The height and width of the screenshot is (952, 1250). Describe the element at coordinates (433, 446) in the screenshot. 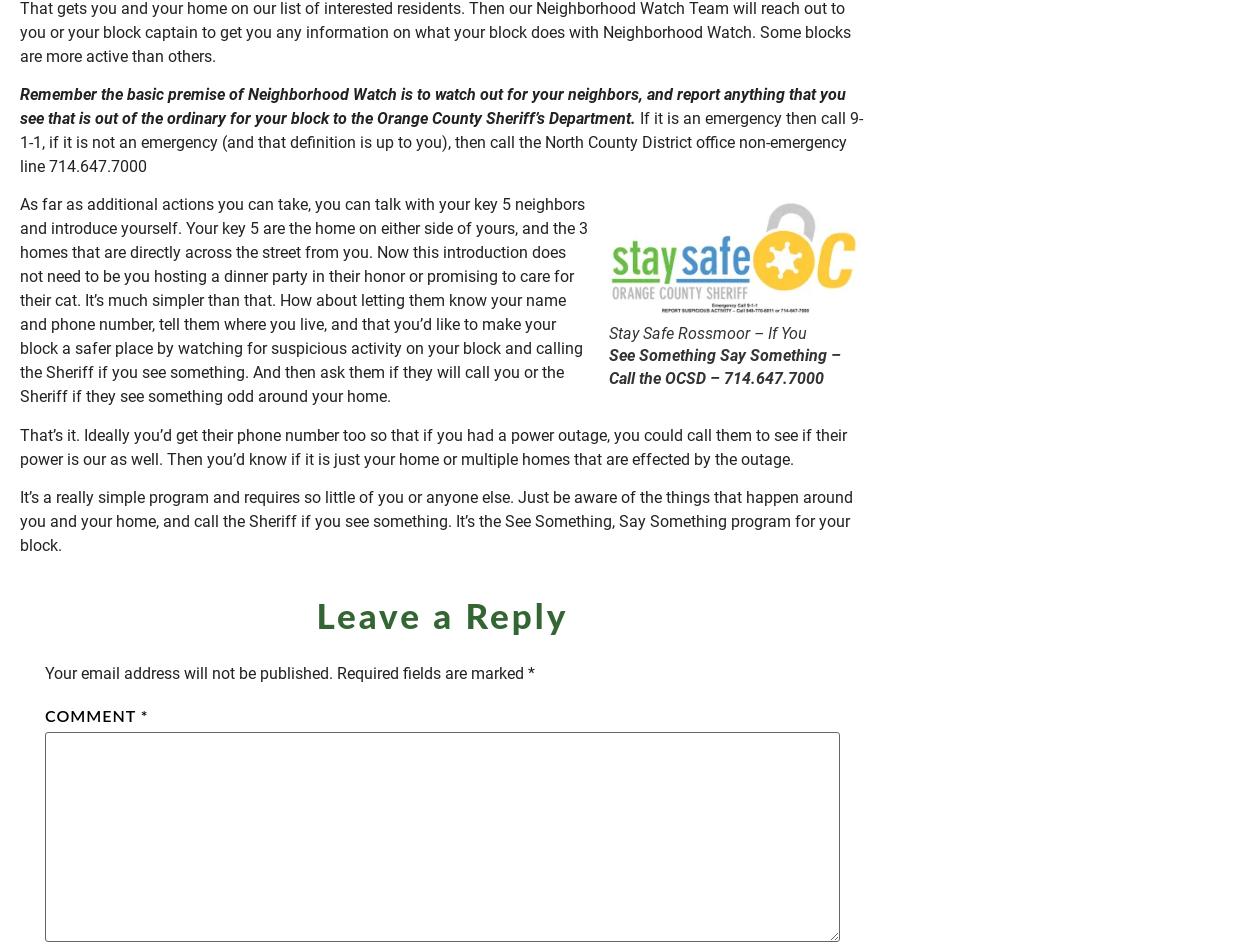

I see `'That’s it. Ideally you’d get their phone number too so that if you had a  power outage, you could call them to see if their power is our as well. Then you’d know if it is just your home or multiple homes that are effected by the outage.'` at that location.